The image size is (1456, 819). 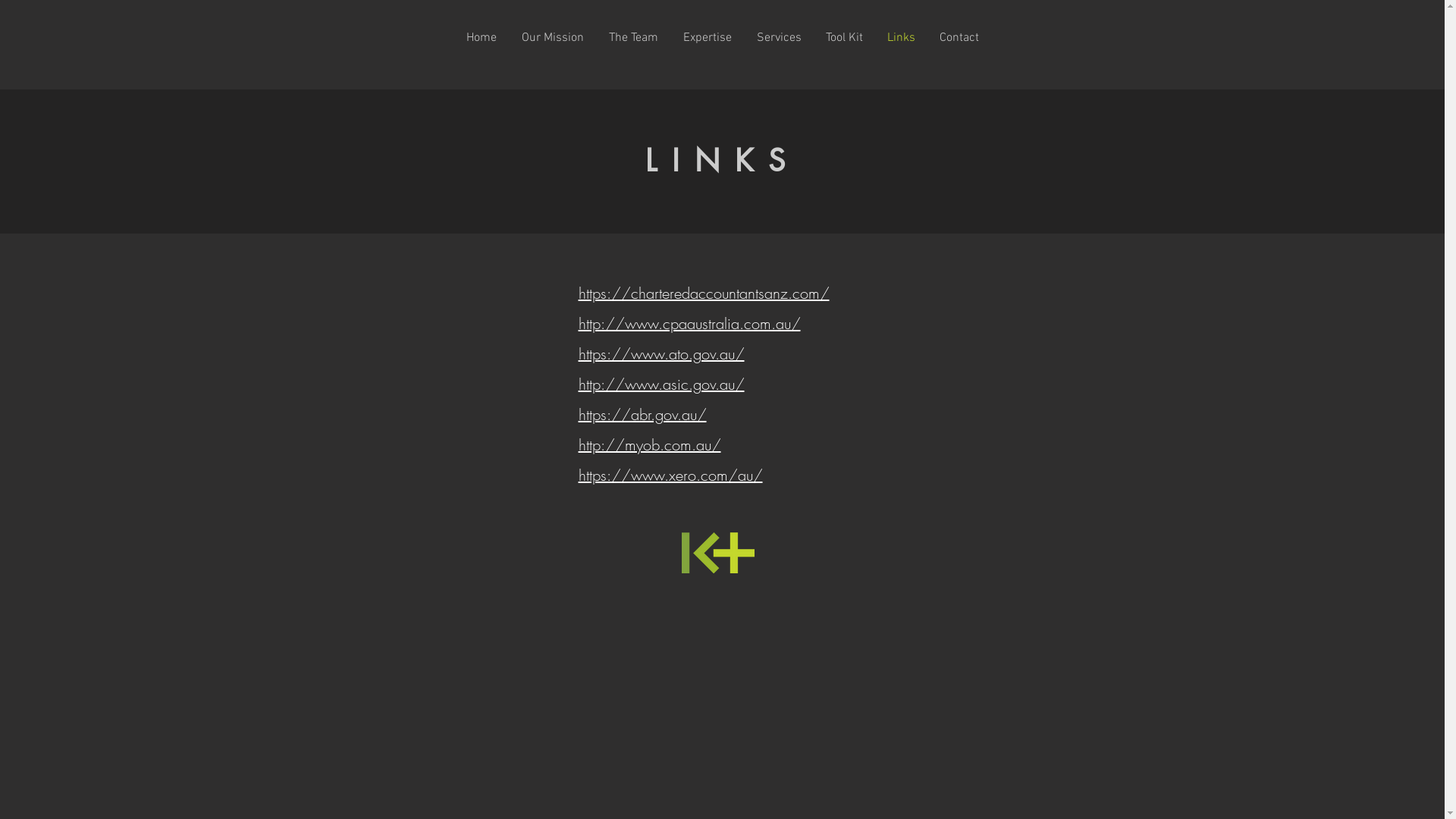 What do you see at coordinates (669, 37) in the screenshot?
I see `'Expertise'` at bounding box center [669, 37].